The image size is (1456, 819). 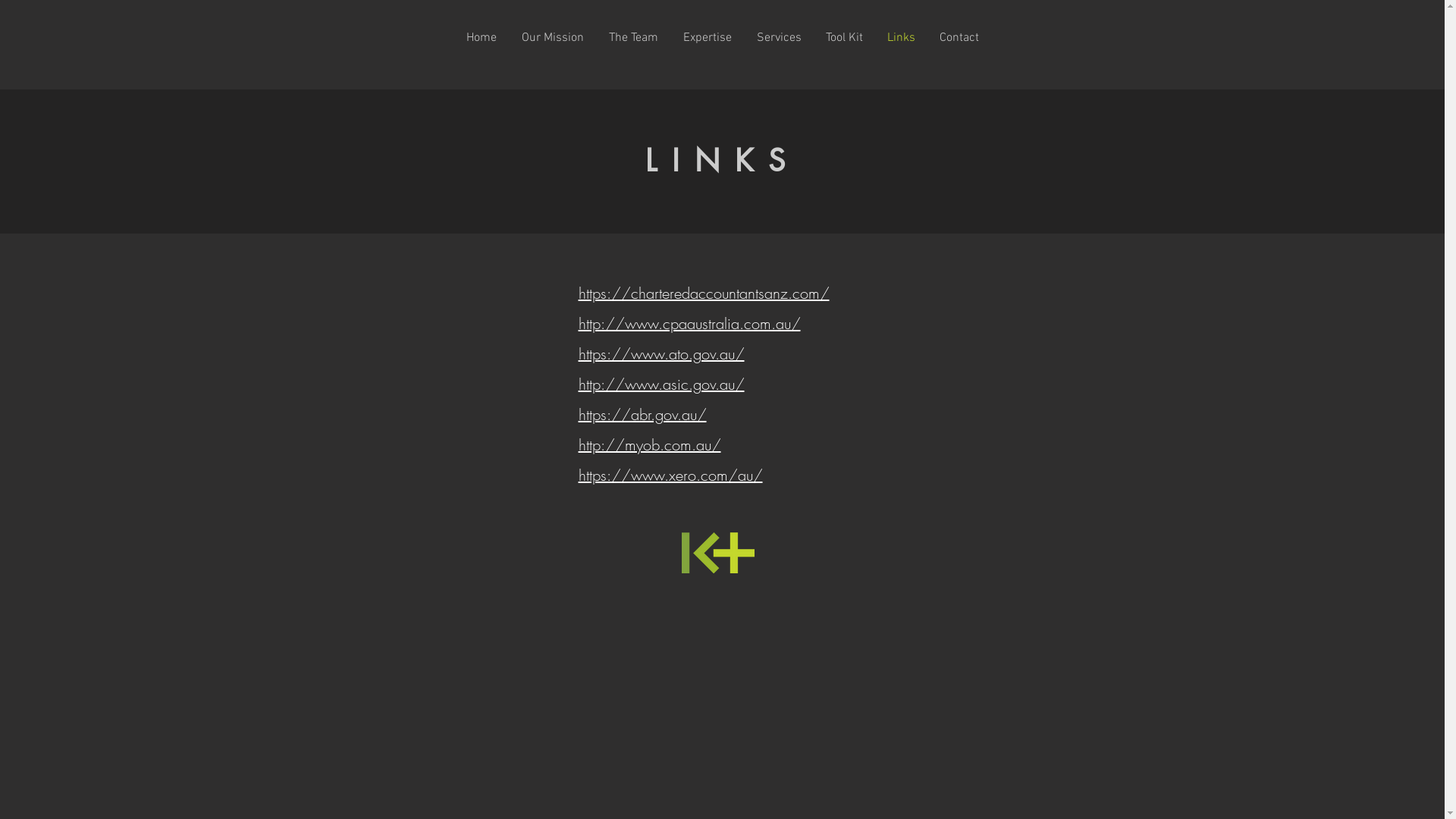 What do you see at coordinates (669, 37) in the screenshot?
I see `'Expertise'` at bounding box center [669, 37].